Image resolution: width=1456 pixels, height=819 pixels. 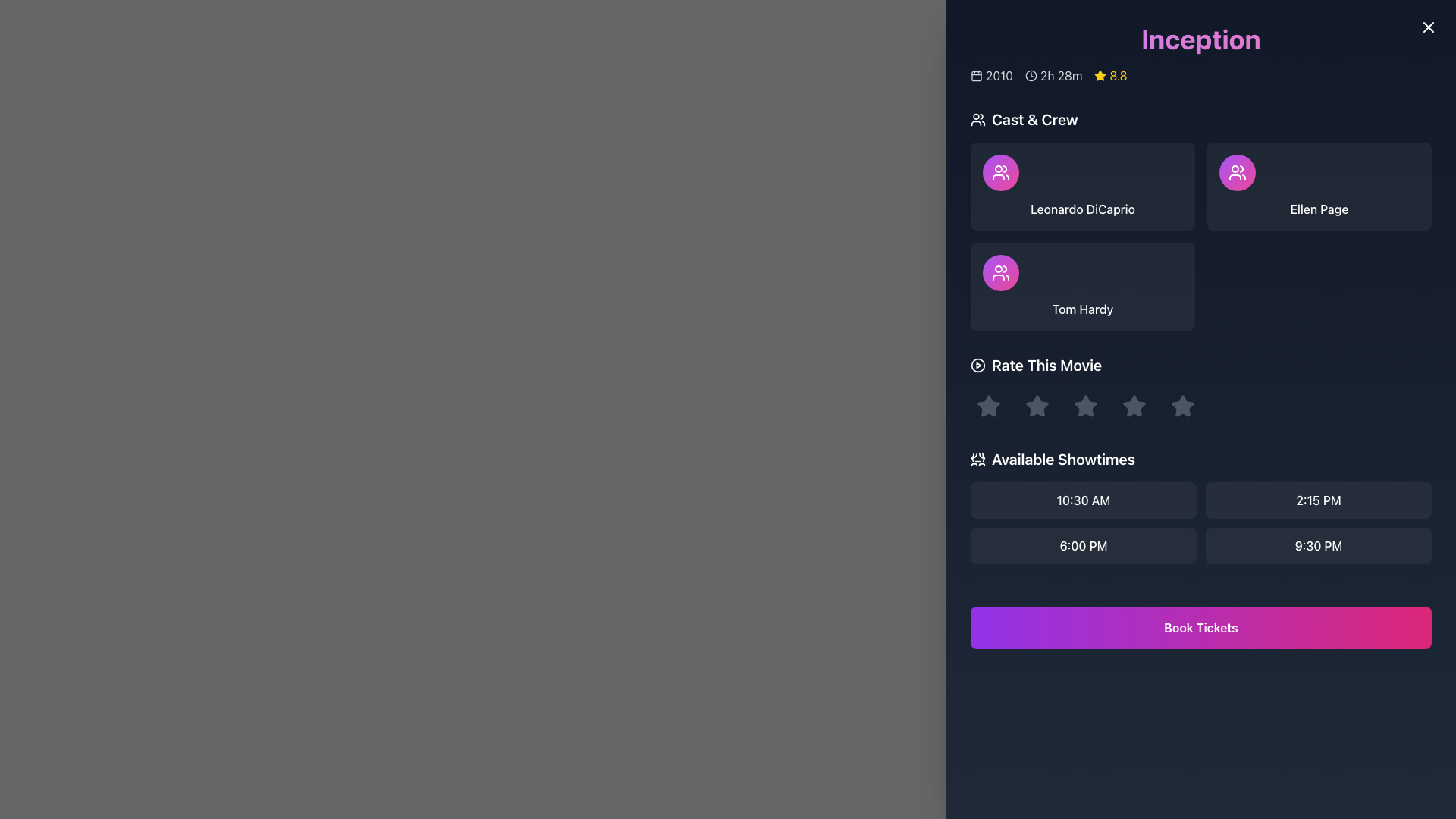 I want to click on a star in the Rating widget located in the 'Rate This Movie' section, so click(x=1200, y=406).